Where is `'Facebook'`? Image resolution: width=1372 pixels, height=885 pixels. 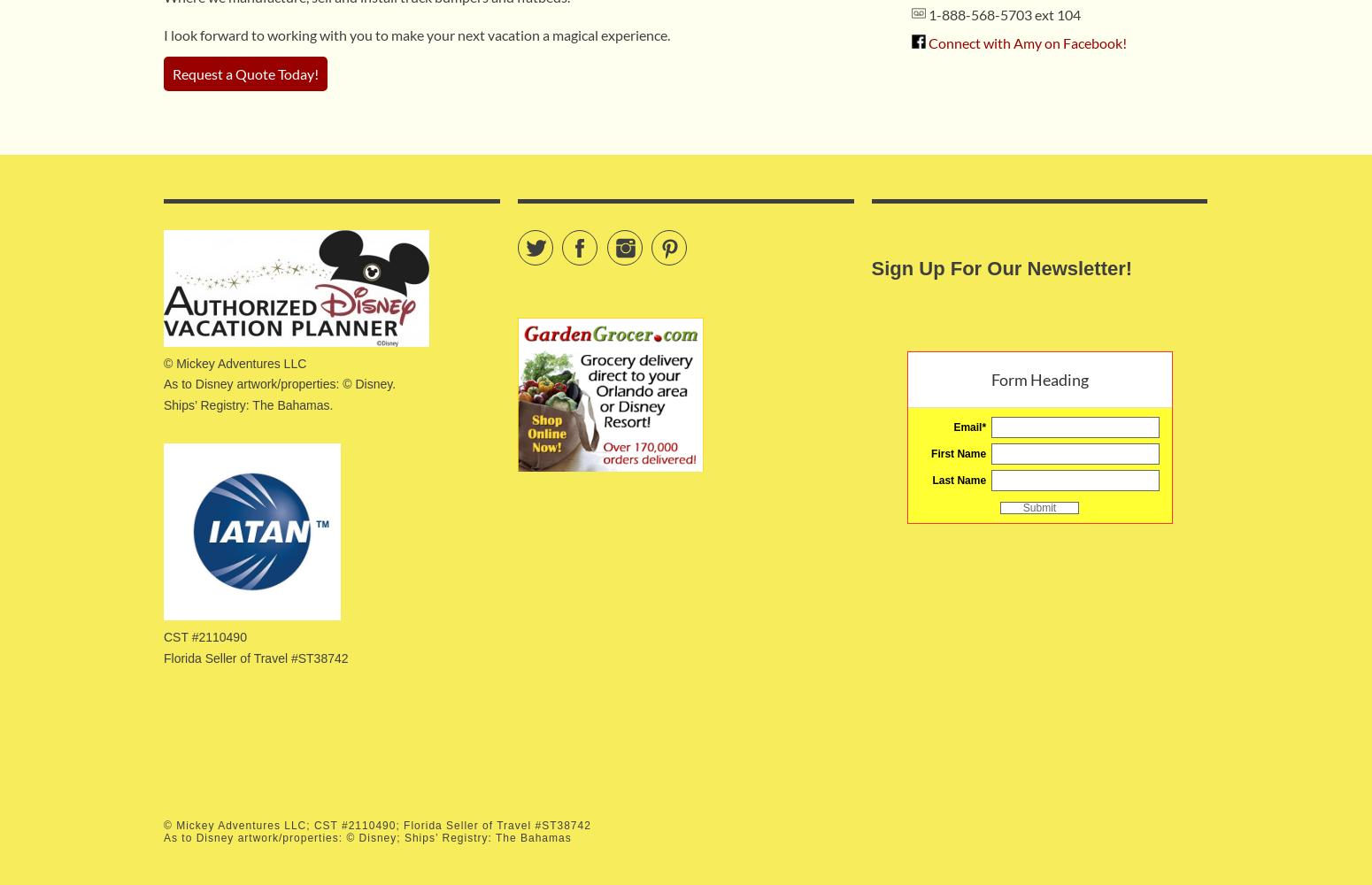 'Facebook' is located at coordinates (595, 239).